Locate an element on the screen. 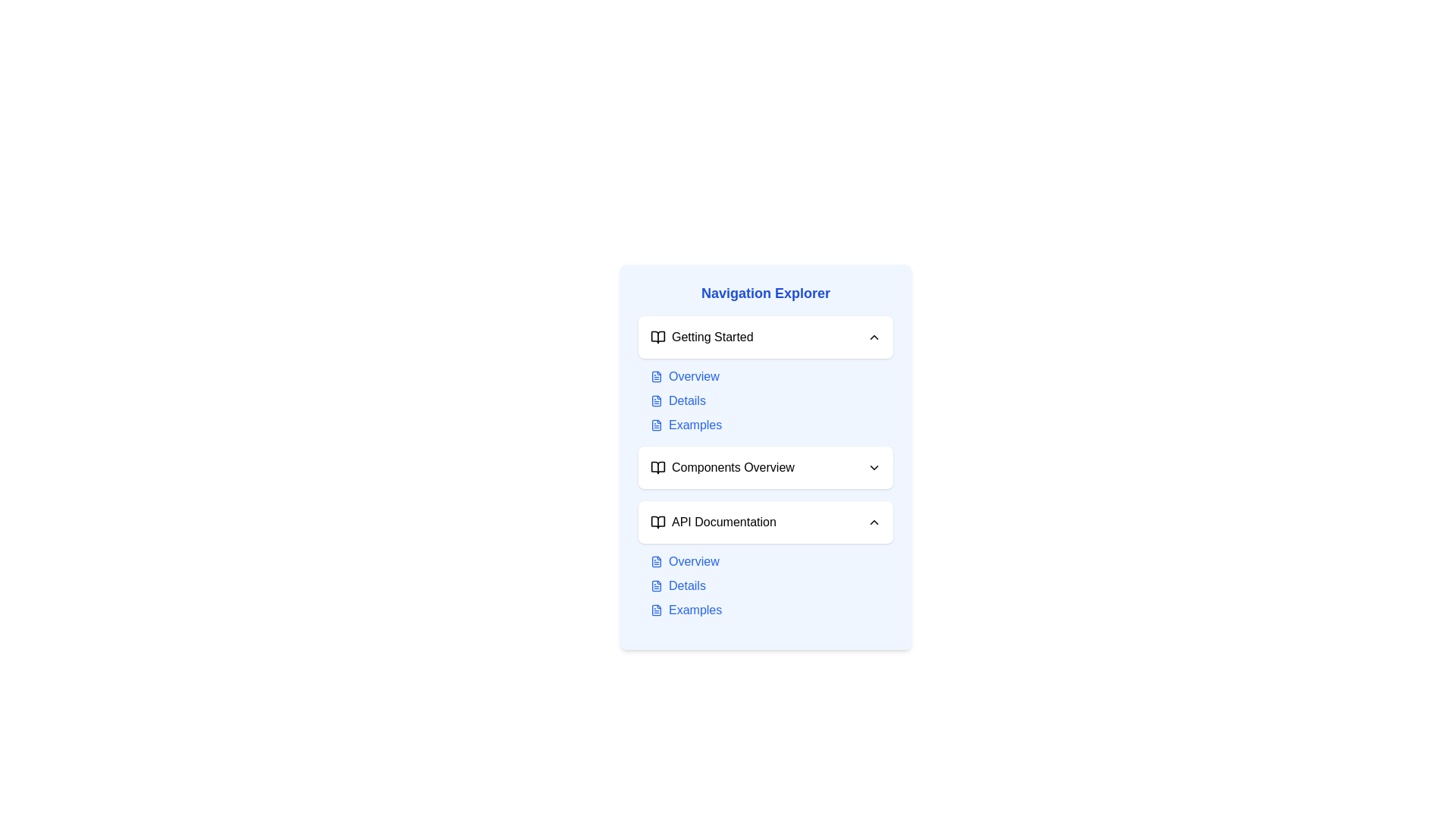 This screenshot has height=819, width=1456. the navigation menu located in the center-right region of the interface with a blue background, which appears after the title 'Navigation Explorer' is located at coordinates (765, 456).